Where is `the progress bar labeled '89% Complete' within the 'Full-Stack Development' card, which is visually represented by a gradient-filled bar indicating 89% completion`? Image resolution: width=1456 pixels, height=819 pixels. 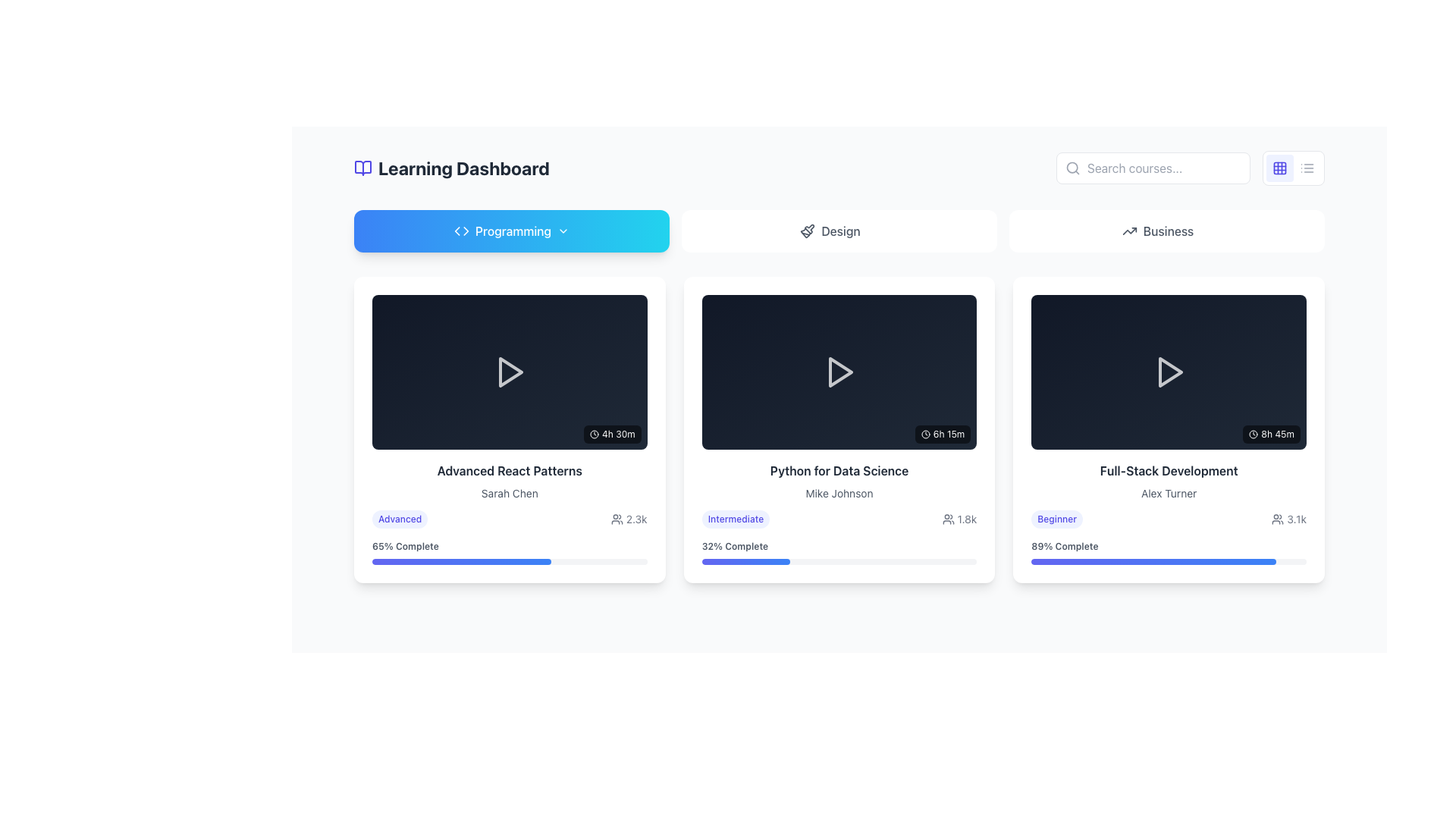 the progress bar labeled '89% Complete' within the 'Full-Stack Development' card, which is visually represented by a gradient-filled bar indicating 89% completion is located at coordinates (1168, 551).